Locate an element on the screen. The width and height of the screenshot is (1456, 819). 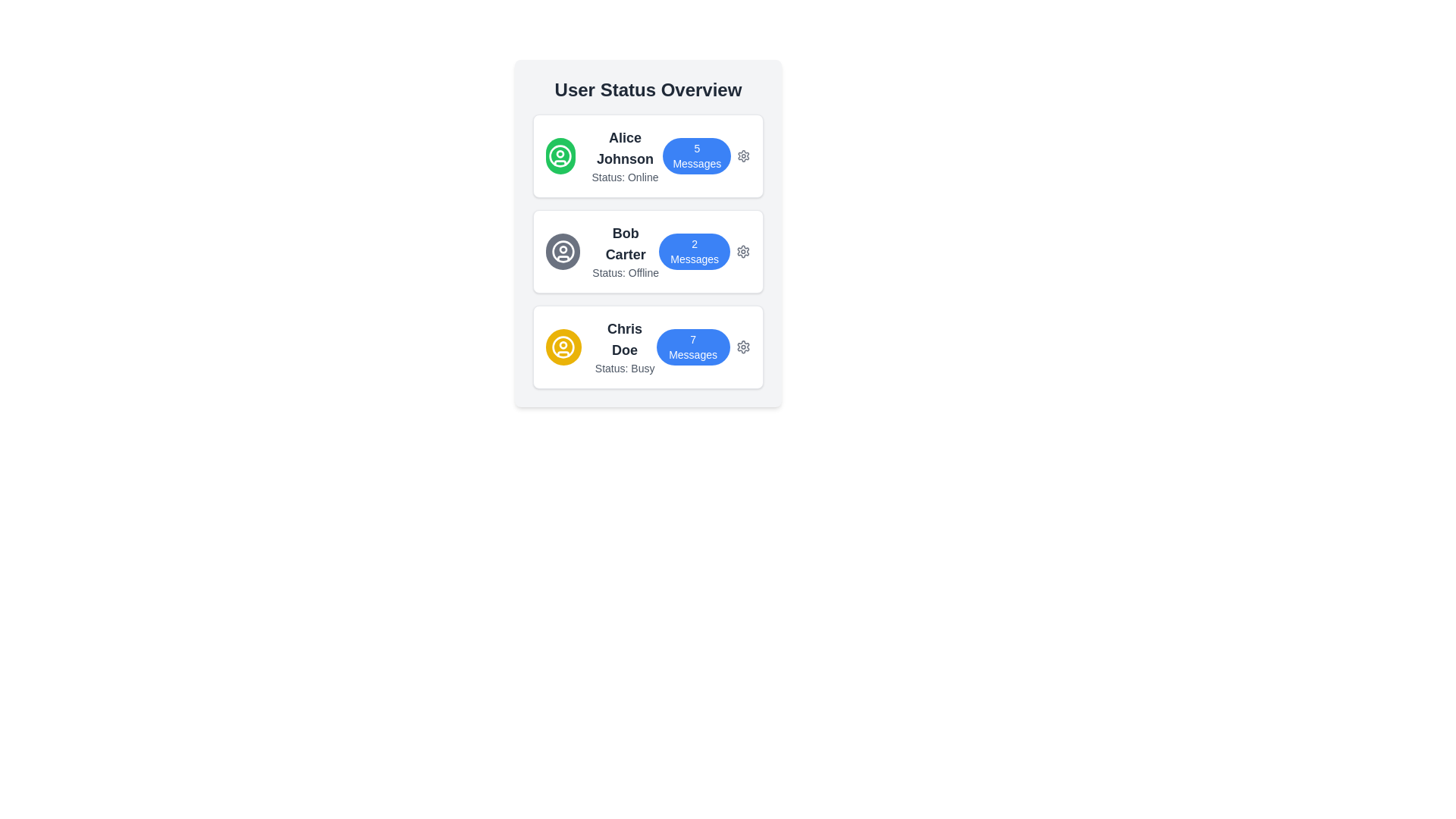
text from the header labeled 'User Status Overview', which is styled in bold and large font and positioned at the top of the user information panel is located at coordinates (648, 90).